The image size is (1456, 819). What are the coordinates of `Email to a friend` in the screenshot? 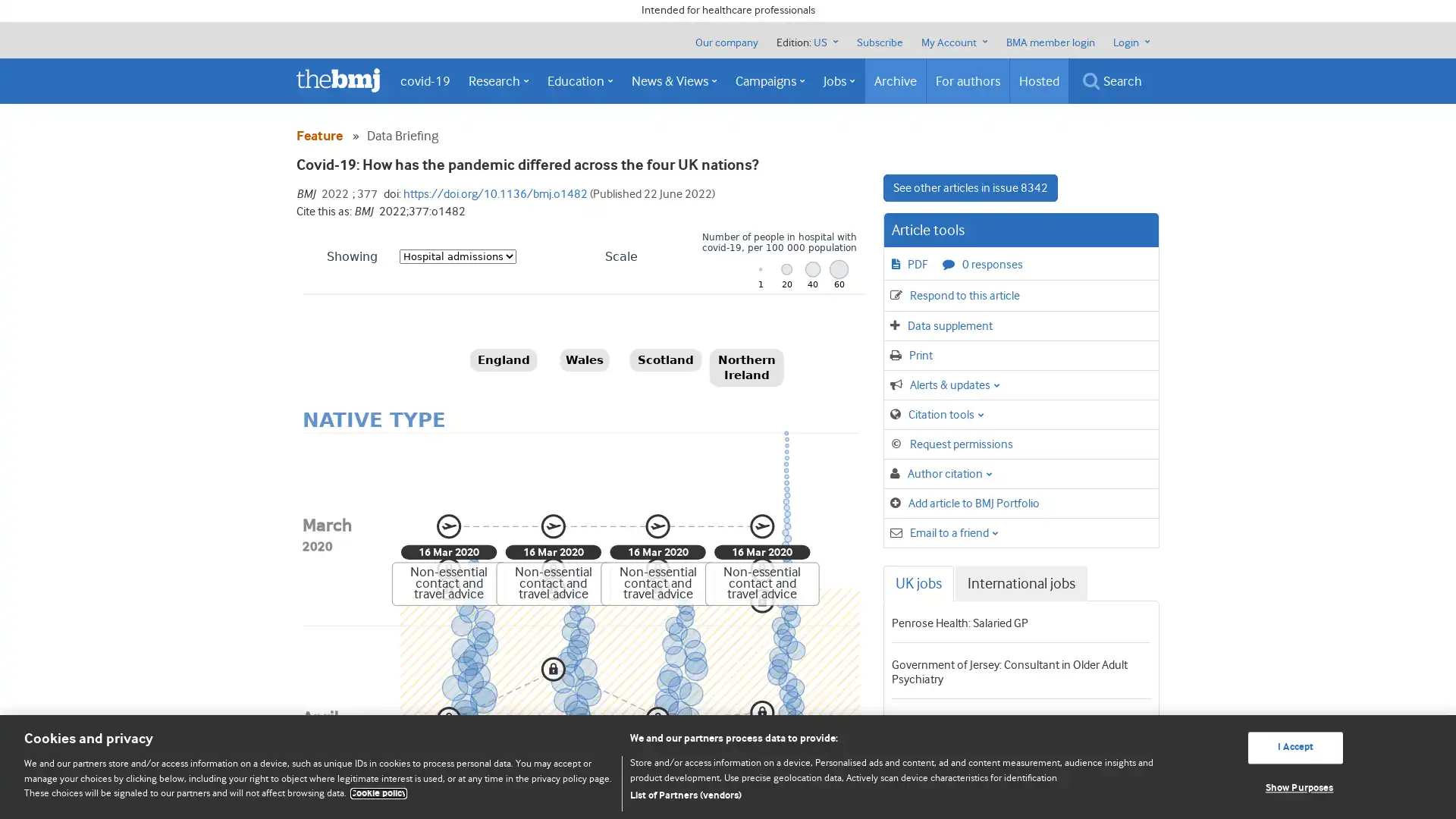 It's located at (952, 532).